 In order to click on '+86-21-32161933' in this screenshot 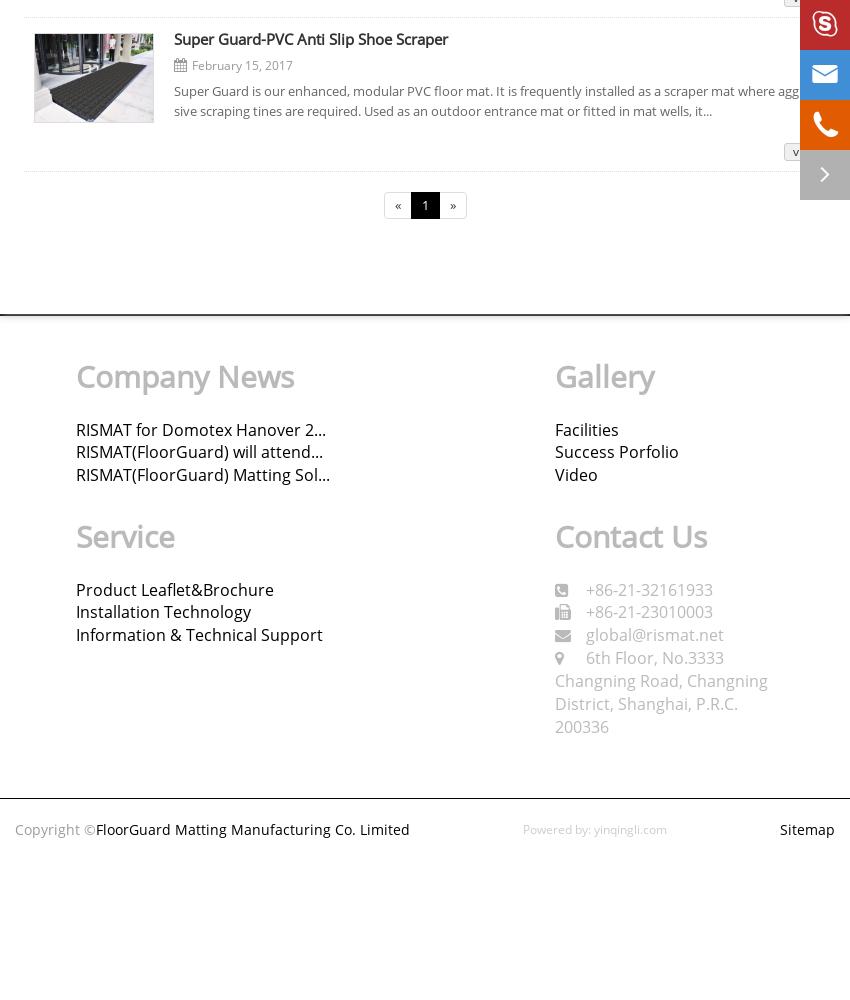, I will do `click(646, 588)`.